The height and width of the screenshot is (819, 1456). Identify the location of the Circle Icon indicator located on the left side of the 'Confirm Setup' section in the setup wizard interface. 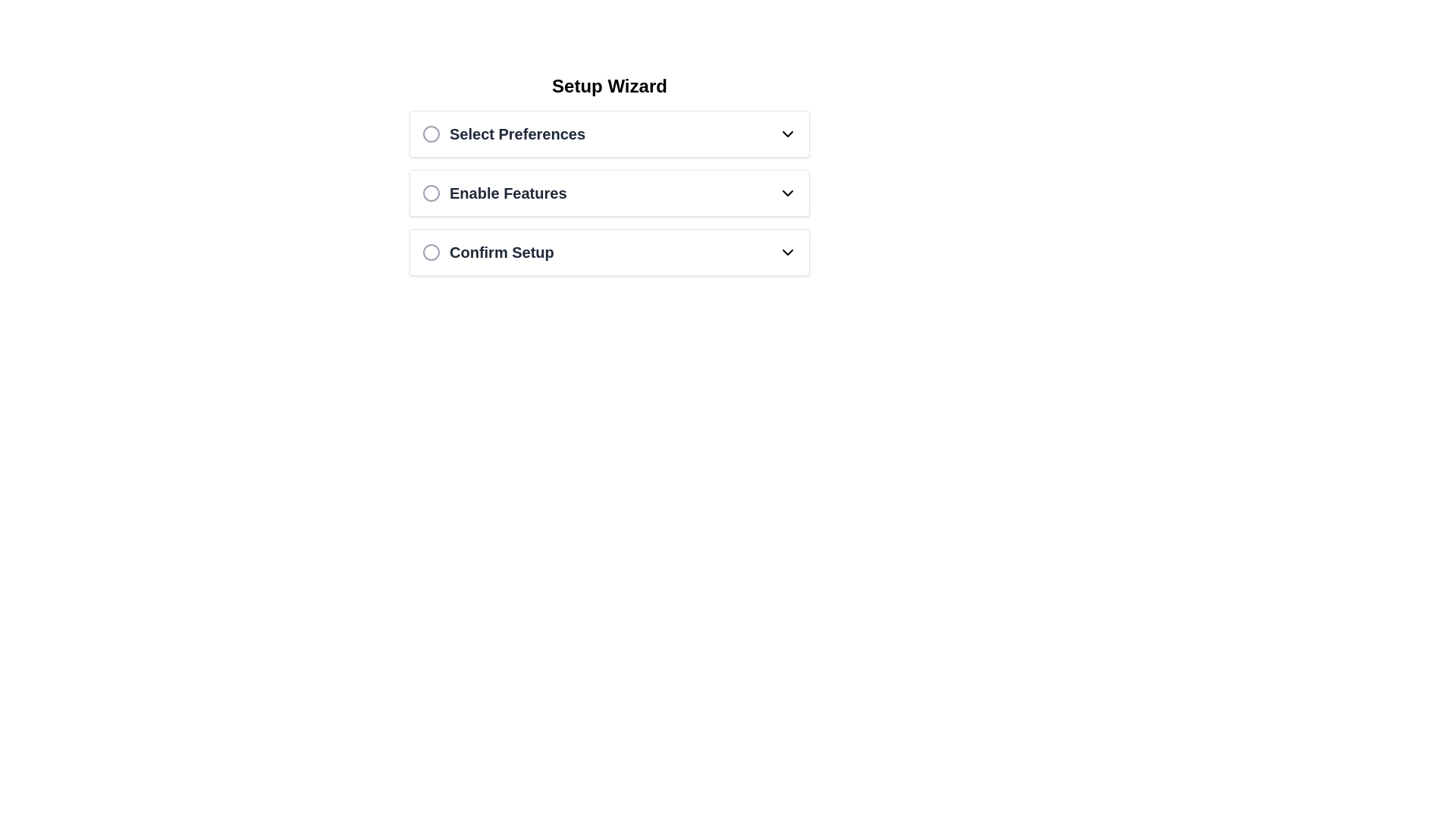
(431, 251).